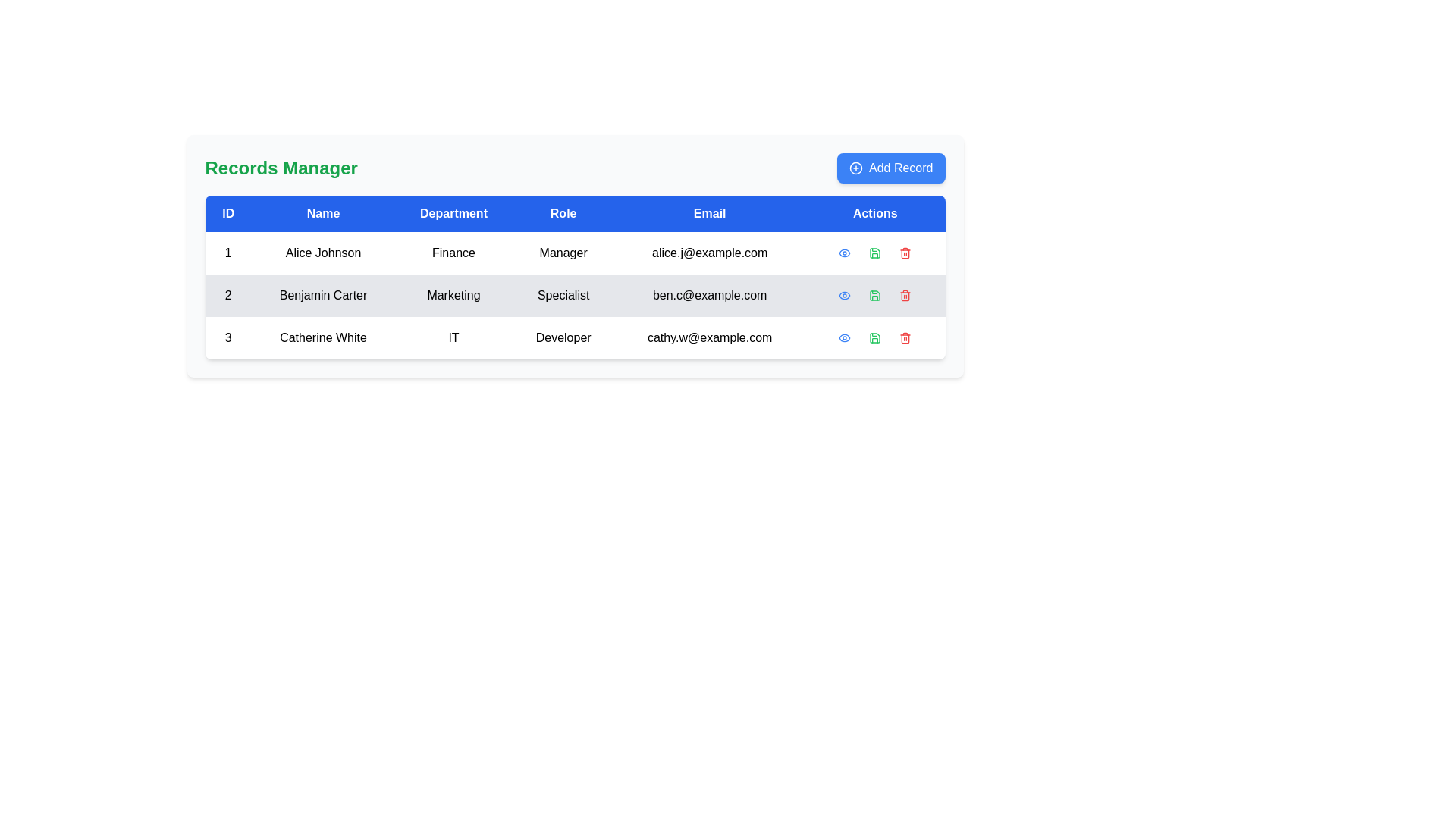 Image resolution: width=1456 pixels, height=819 pixels. Describe the element at coordinates (227, 337) in the screenshot. I see `the Text Cell containing the number '3', which is the first cell of the last row in the table under the 'ID' column` at that location.